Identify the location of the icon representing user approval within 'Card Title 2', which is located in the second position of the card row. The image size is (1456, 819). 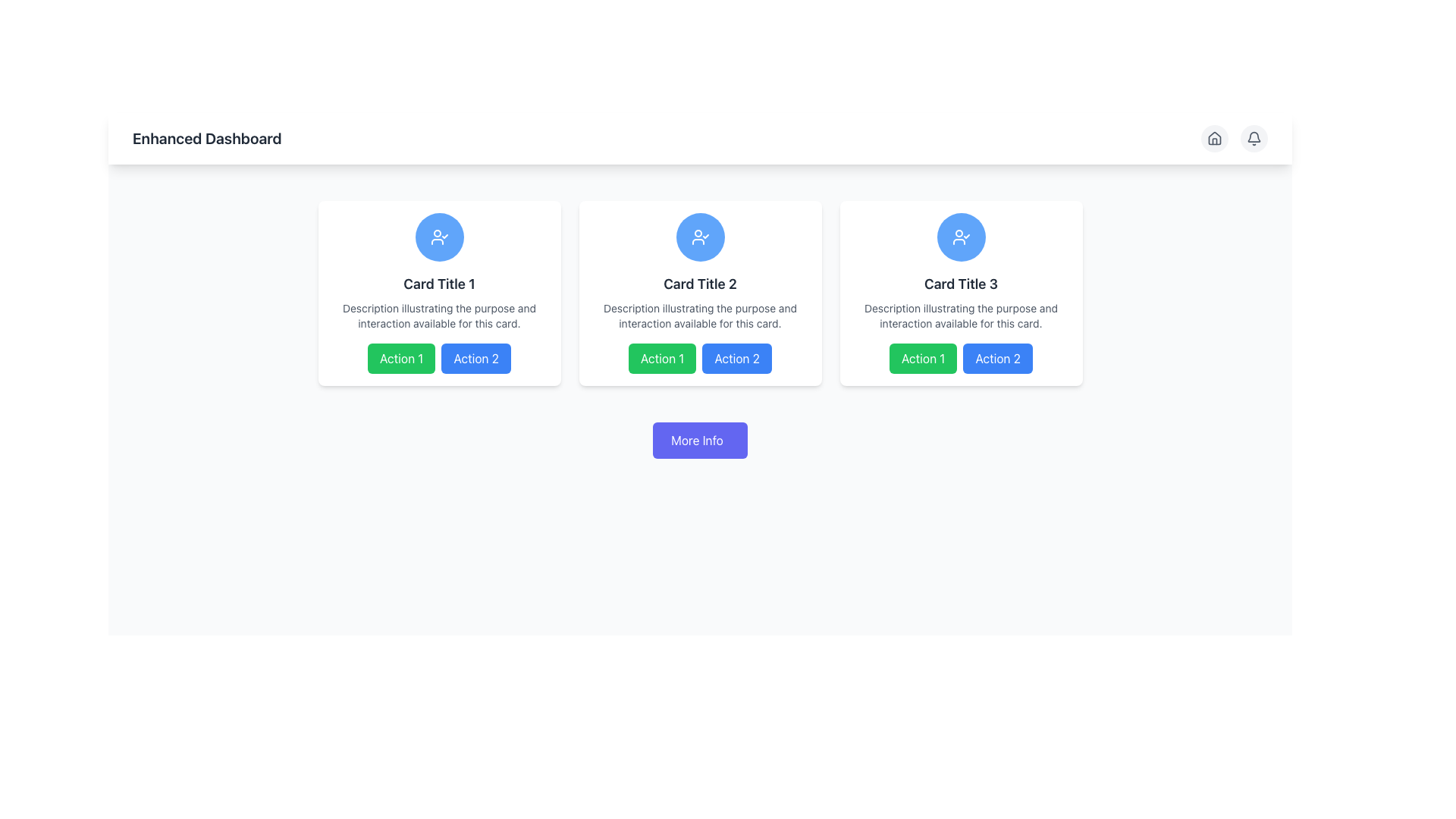
(699, 237).